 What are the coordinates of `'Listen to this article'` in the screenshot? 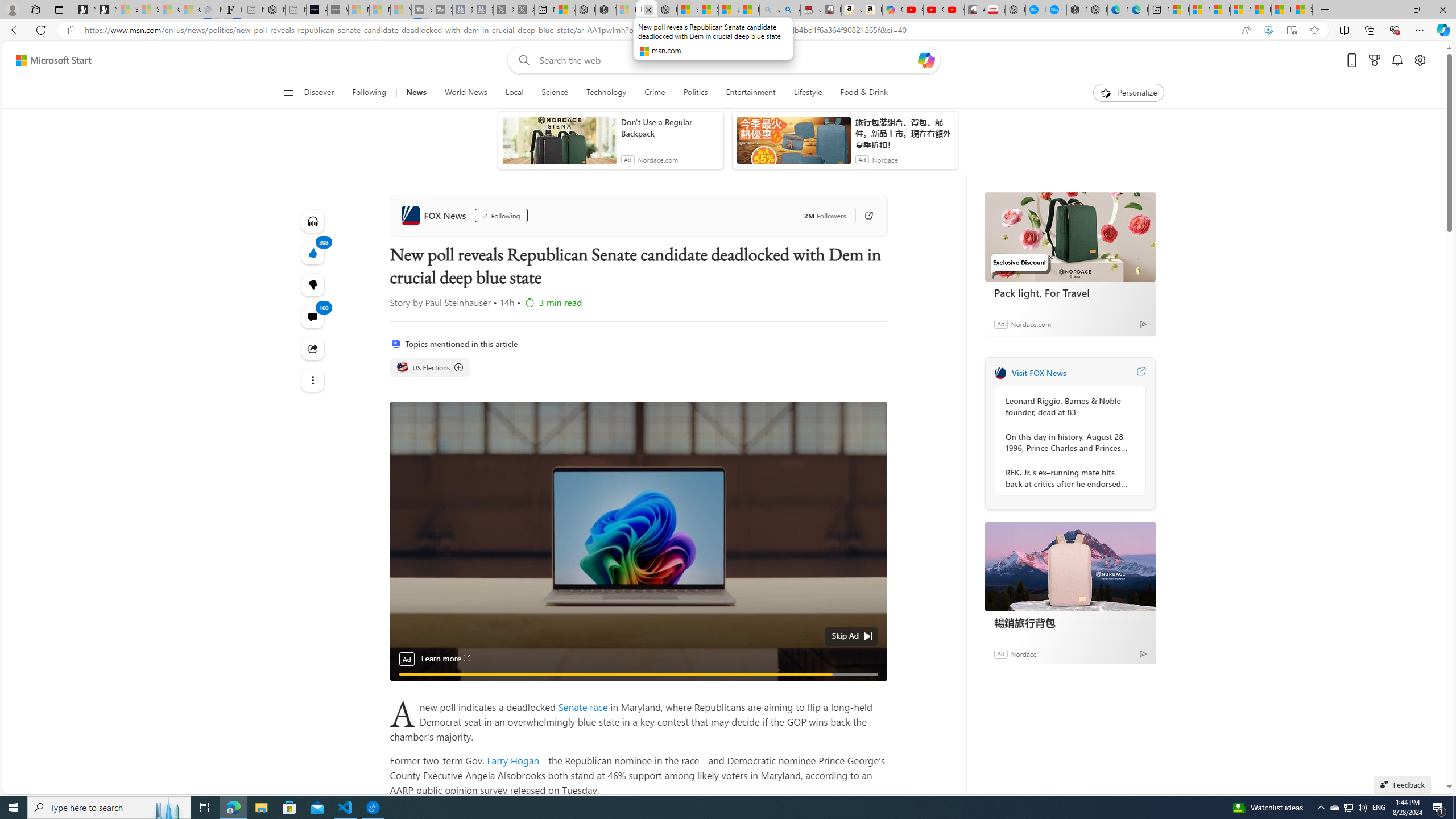 It's located at (313, 220).